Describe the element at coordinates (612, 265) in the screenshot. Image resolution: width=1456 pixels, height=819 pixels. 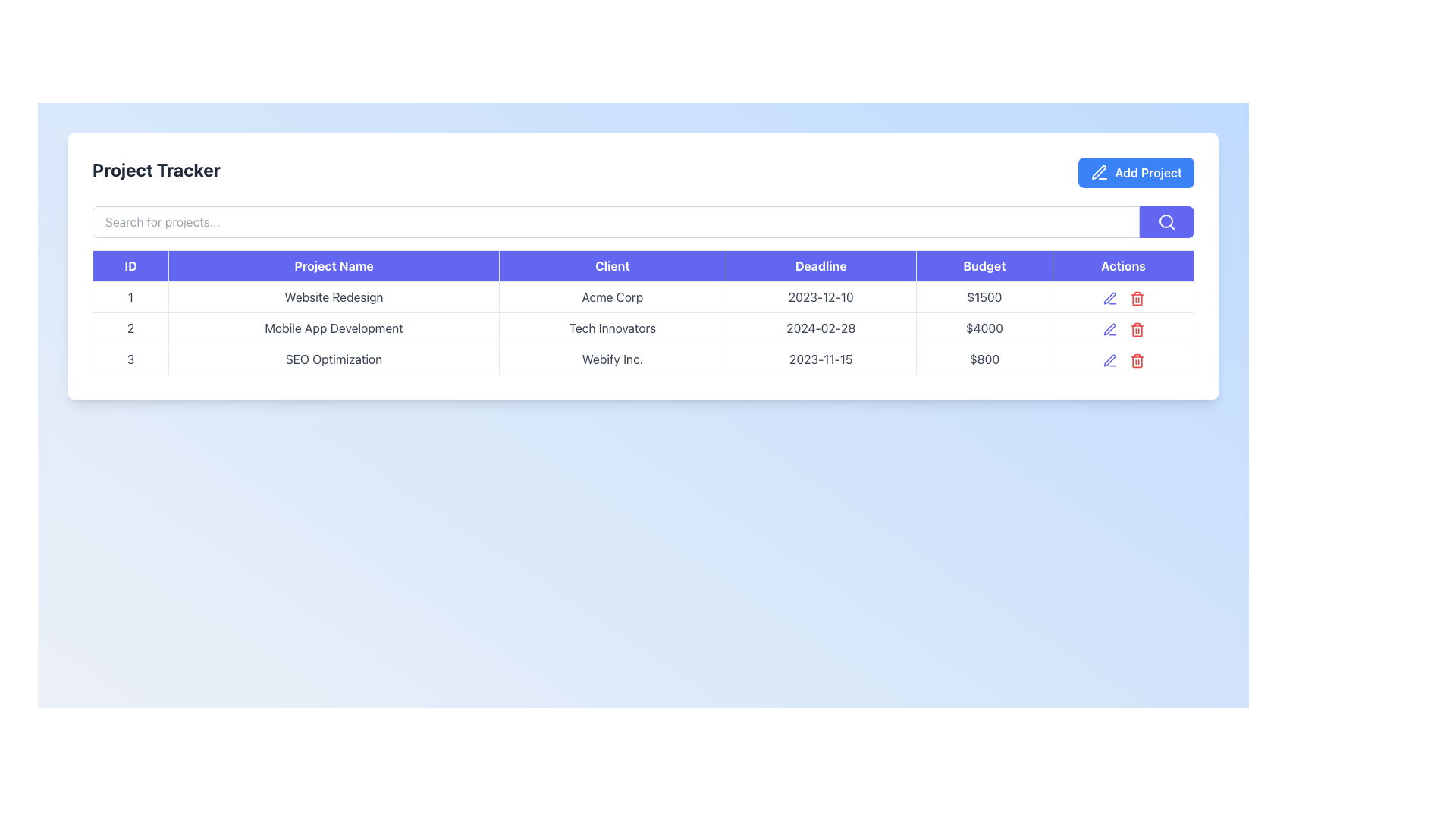
I see `the text label 'Client', which is the third column header in the table, styled with white text on a purple background` at that location.